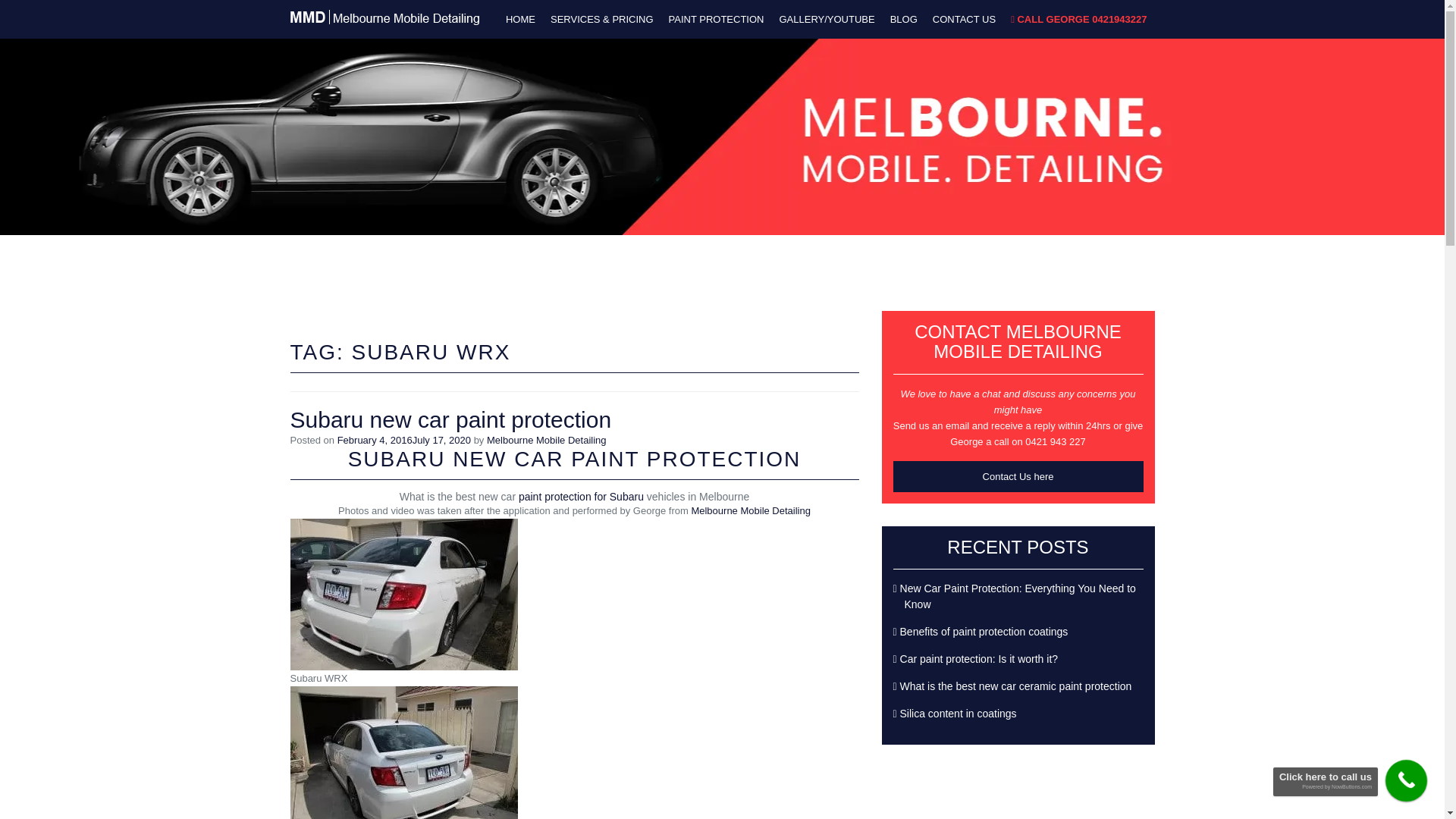 The width and height of the screenshot is (1456, 819). Describe the element at coordinates (601, 19) in the screenshot. I see `'SERVICES & PRICING'` at that location.